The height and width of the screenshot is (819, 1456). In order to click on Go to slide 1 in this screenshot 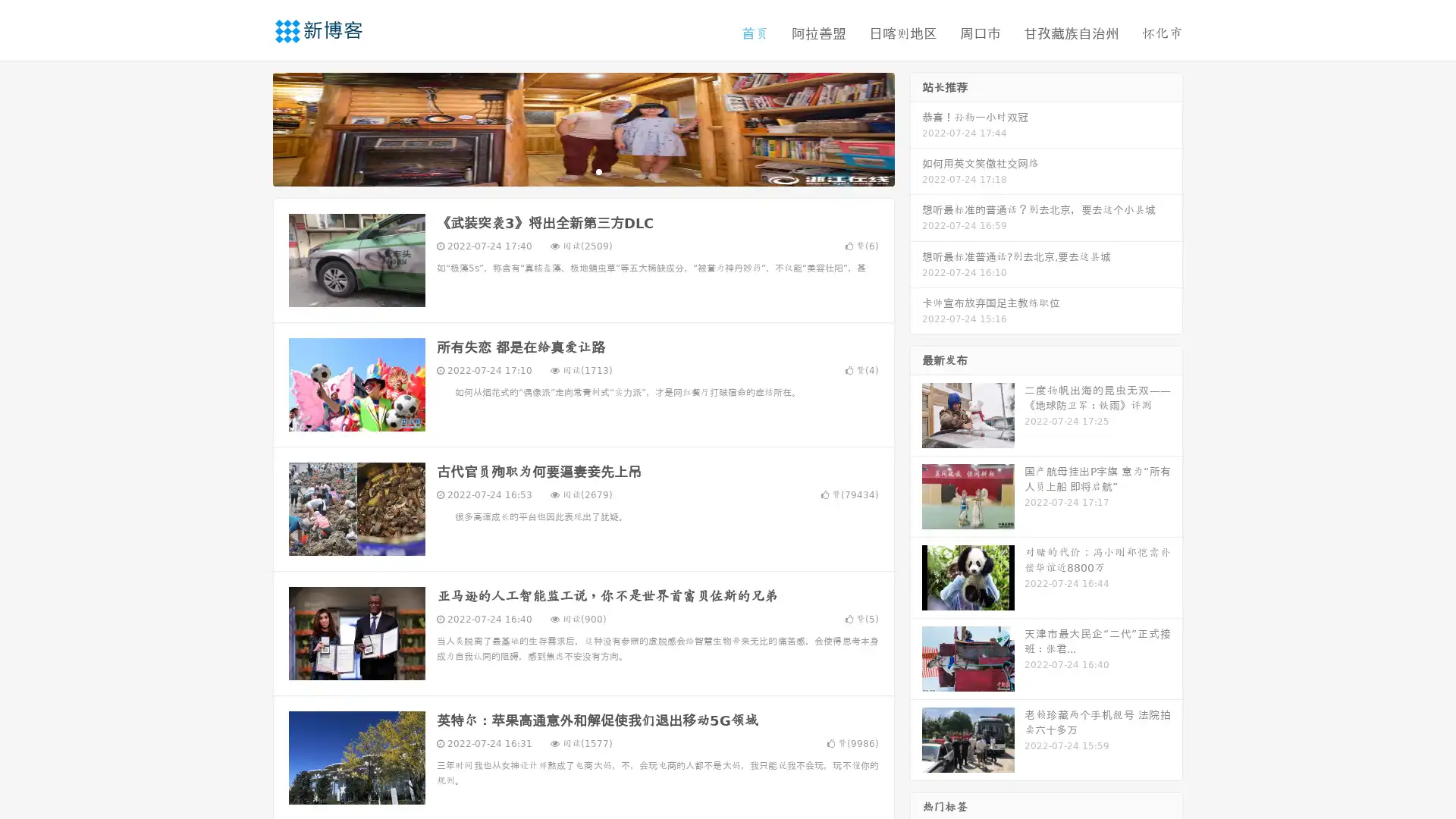, I will do `click(567, 171)`.